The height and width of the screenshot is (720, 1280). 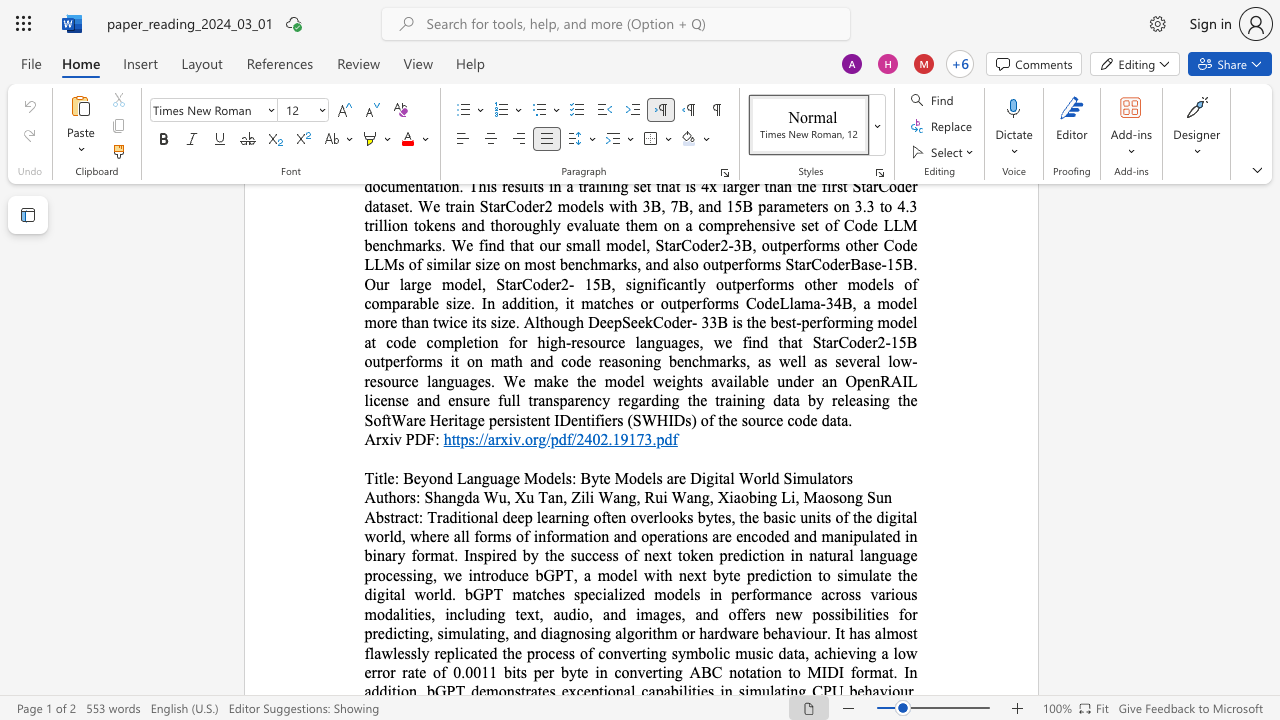 What do you see at coordinates (771, 478) in the screenshot?
I see `the space between the continuous character "l" and "d" in the text` at bounding box center [771, 478].